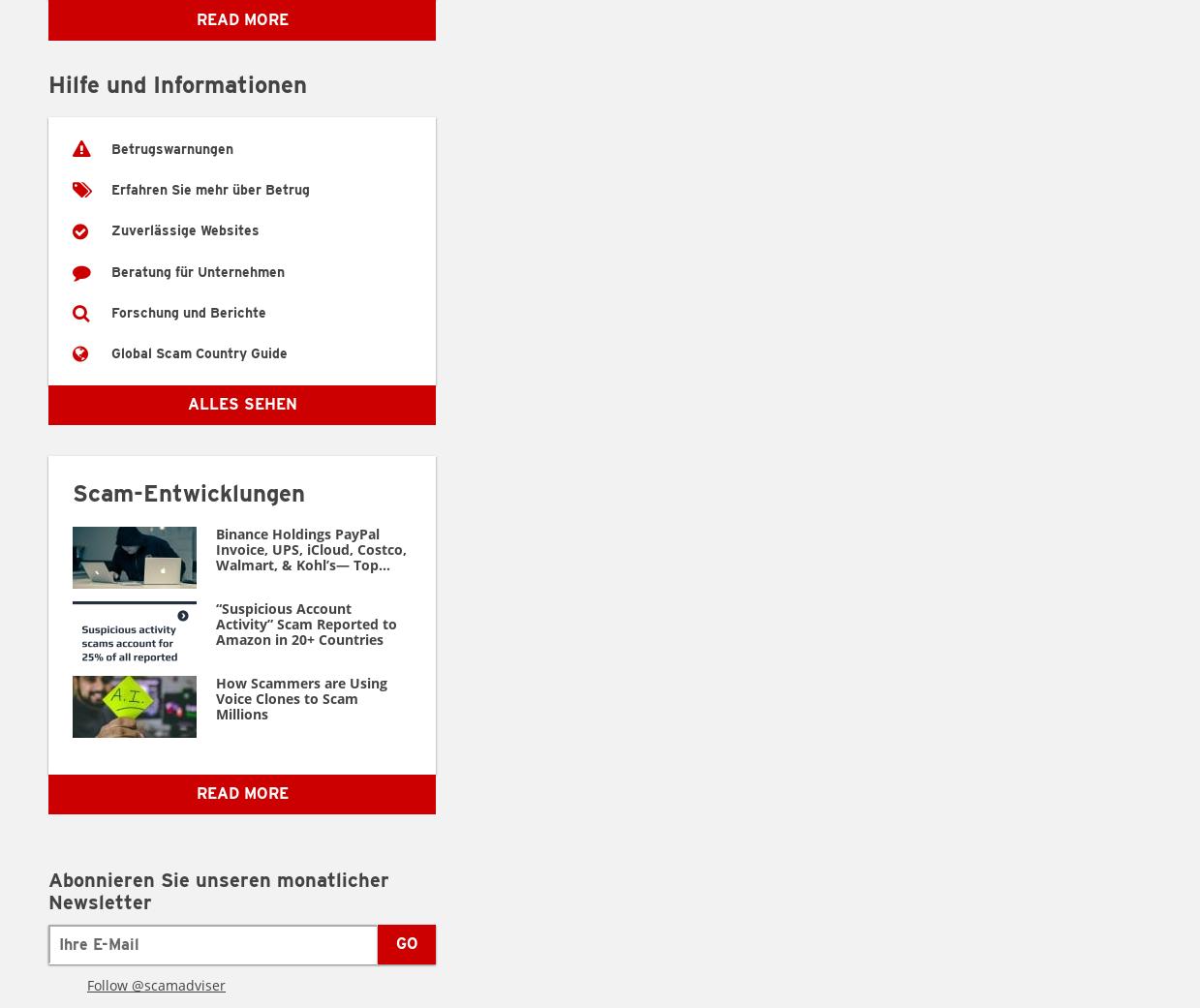  I want to click on 'Forschung und Berichte', so click(188, 311).